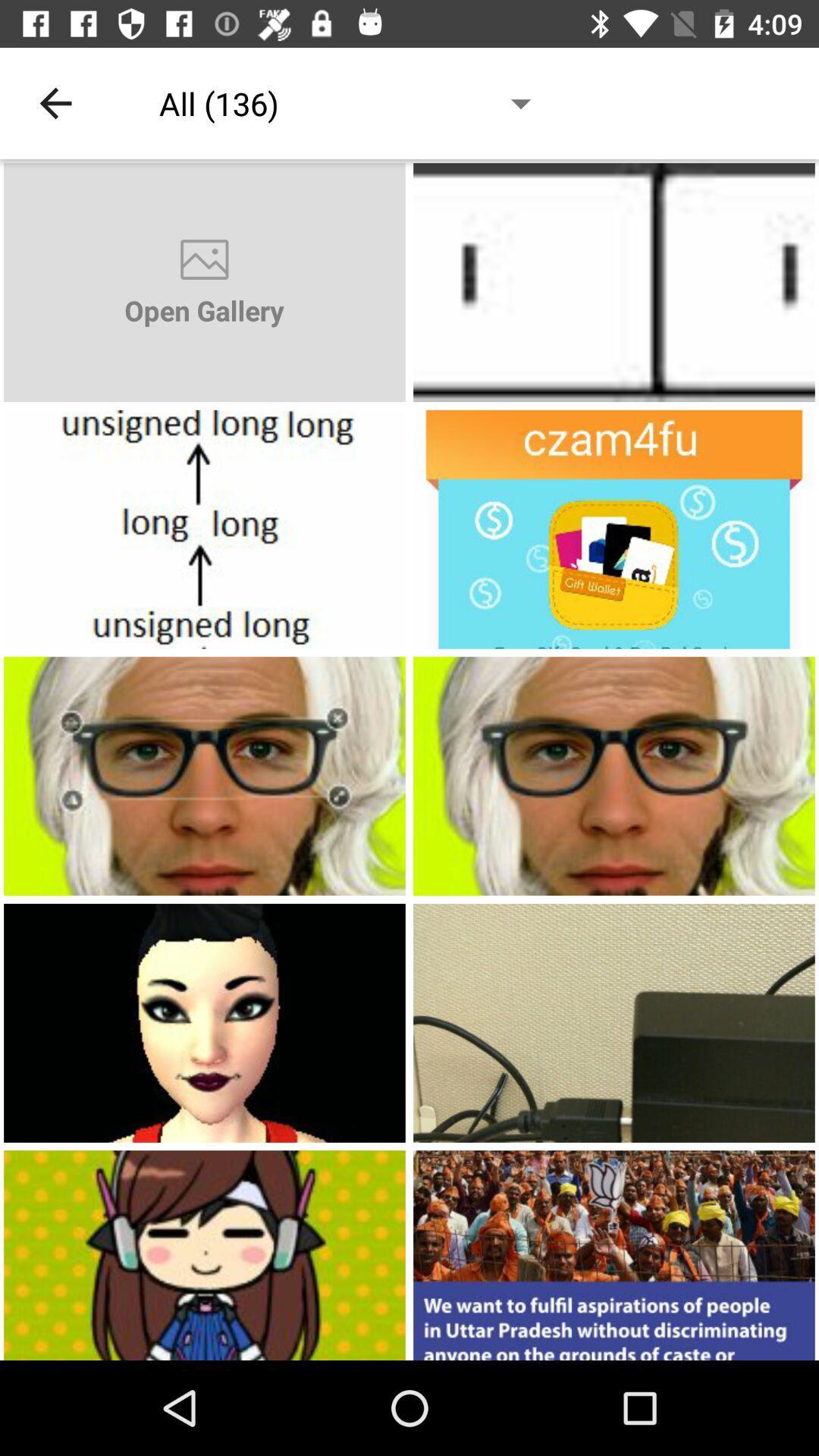  What do you see at coordinates (205, 529) in the screenshot?
I see `open` at bounding box center [205, 529].